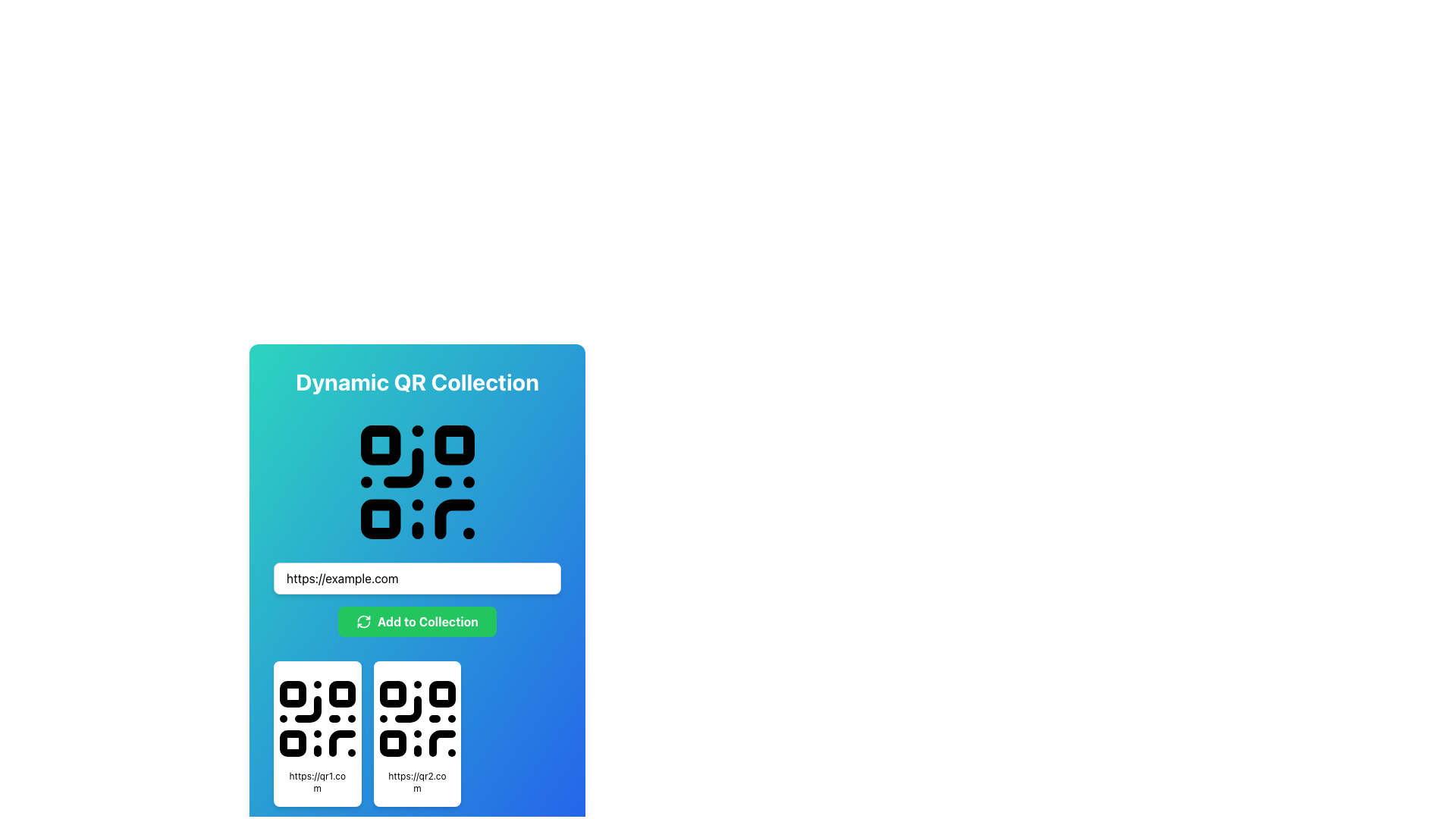 This screenshot has width=1456, height=819. Describe the element at coordinates (441, 693) in the screenshot. I see `the small, square-shaped decorative graphical component with rounded corners, which is the second square from the left in the top row of the QR code grid in the 'Dynamic QR Collection' section` at that location.